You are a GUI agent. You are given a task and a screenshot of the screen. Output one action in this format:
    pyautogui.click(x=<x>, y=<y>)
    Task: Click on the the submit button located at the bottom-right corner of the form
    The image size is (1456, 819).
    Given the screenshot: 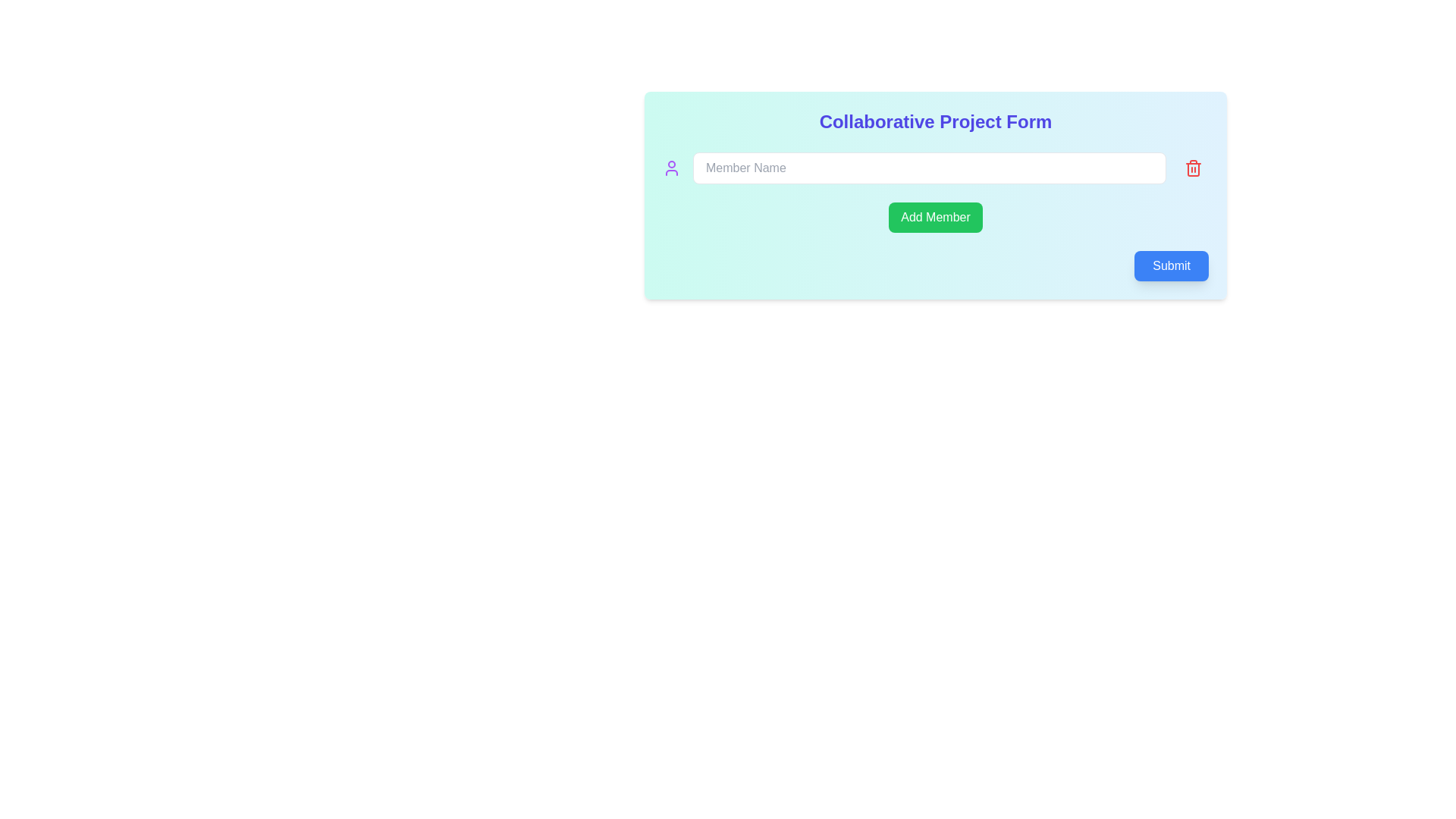 What is the action you would take?
    pyautogui.click(x=1171, y=265)
    